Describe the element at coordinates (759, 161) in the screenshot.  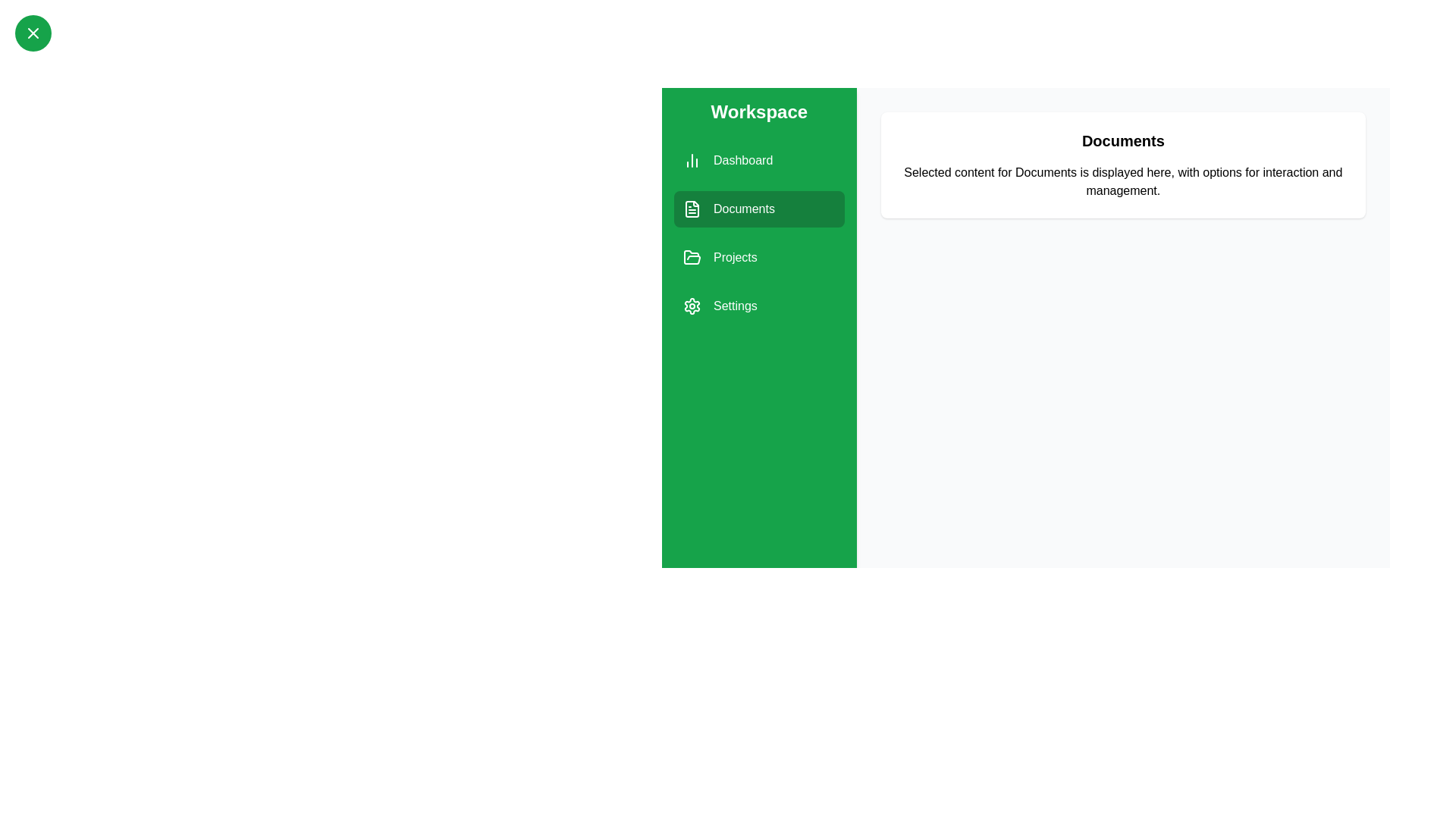
I see `the Dashboard section from the sidebar` at that location.